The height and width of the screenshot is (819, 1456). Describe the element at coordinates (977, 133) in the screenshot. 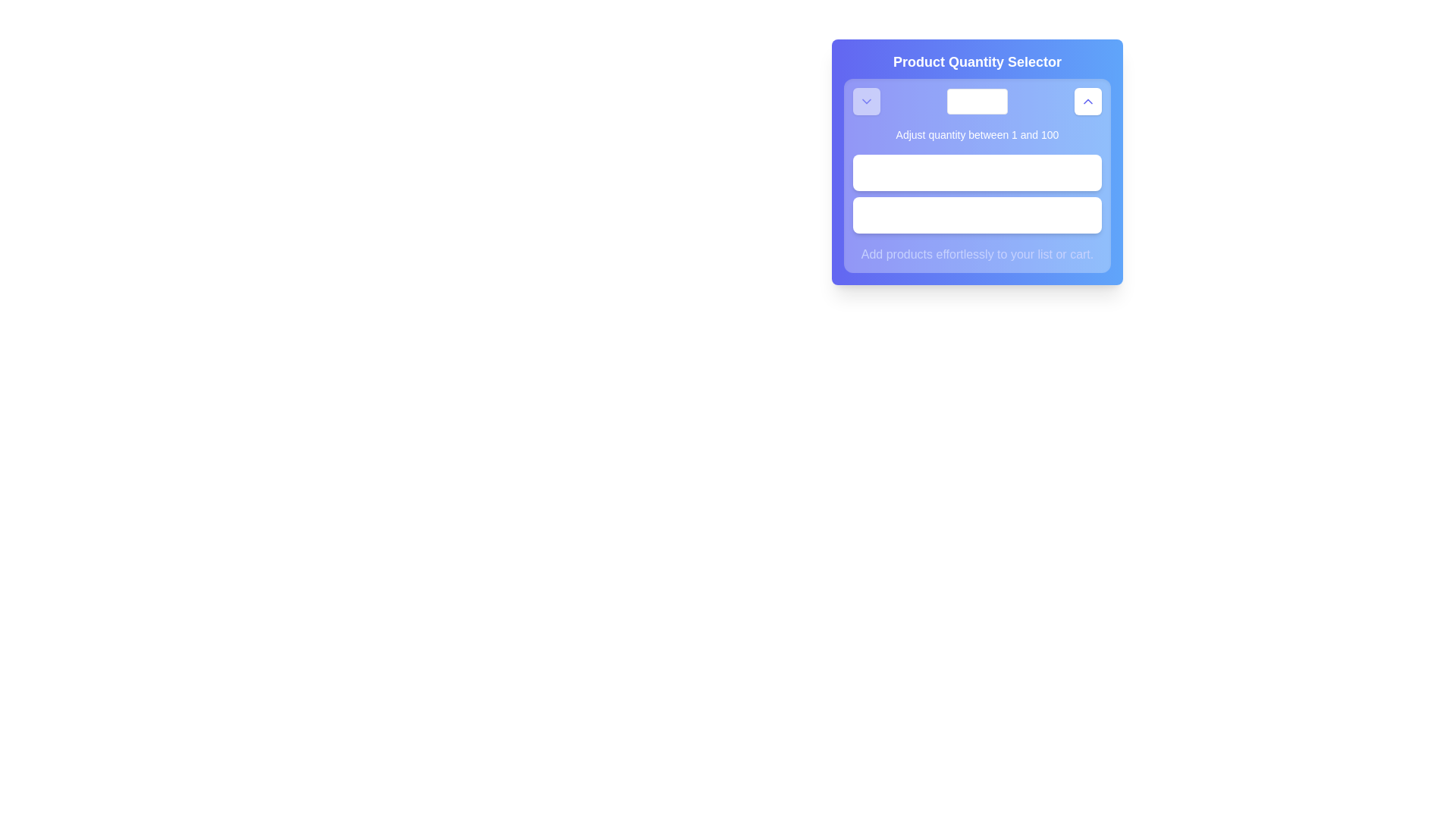

I see `the informational text label that guides the user on adjusting a quantity value within the range of 1 to 100, positioned below the numeric input field and above the 'Add to Cart' and 'Add to Wishlist' buttons` at that location.